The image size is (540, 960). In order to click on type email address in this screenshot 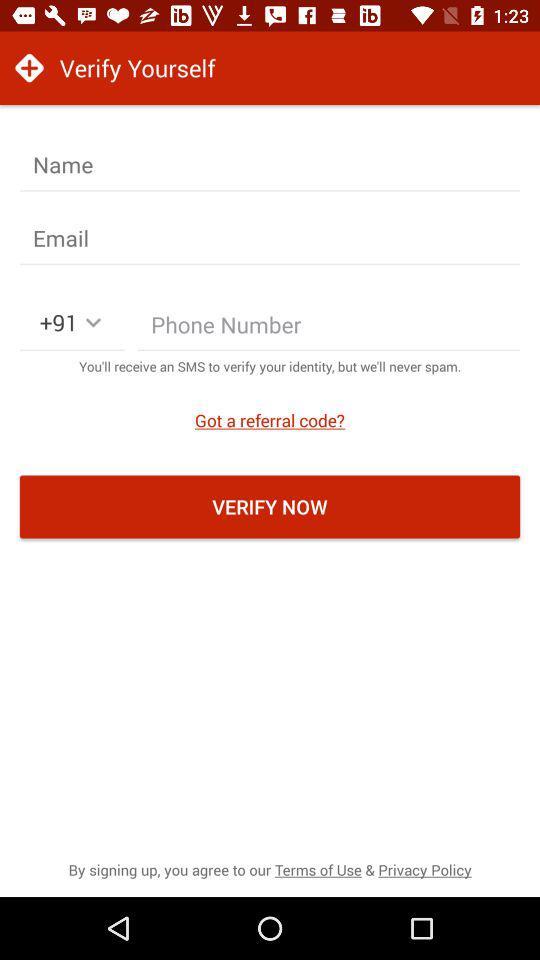, I will do `click(270, 238)`.